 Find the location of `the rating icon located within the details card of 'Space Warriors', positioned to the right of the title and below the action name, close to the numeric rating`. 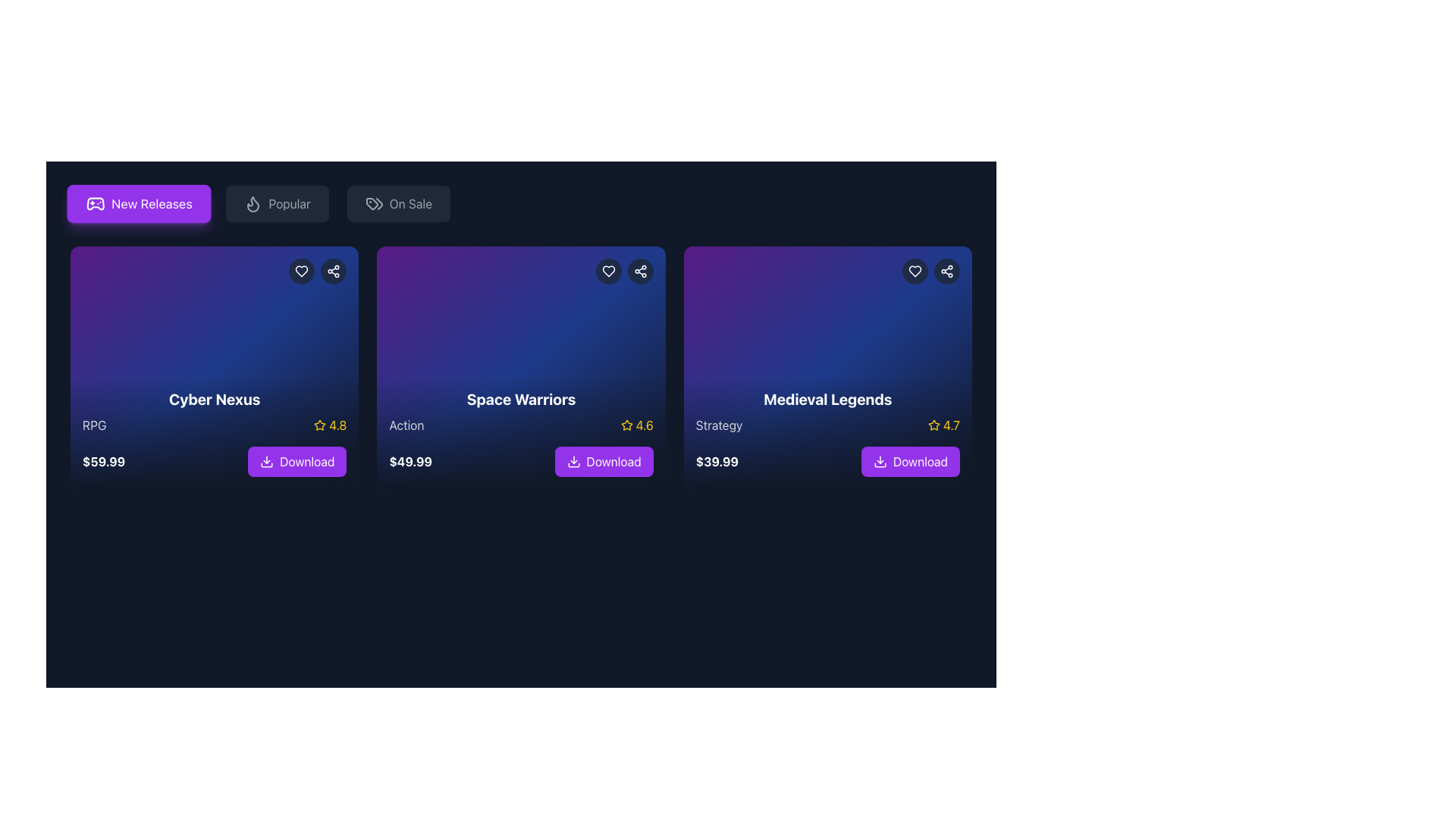

the rating icon located within the details card of 'Space Warriors', positioned to the right of the title and below the action name, close to the numeric rating is located at coordinates (626, 425).